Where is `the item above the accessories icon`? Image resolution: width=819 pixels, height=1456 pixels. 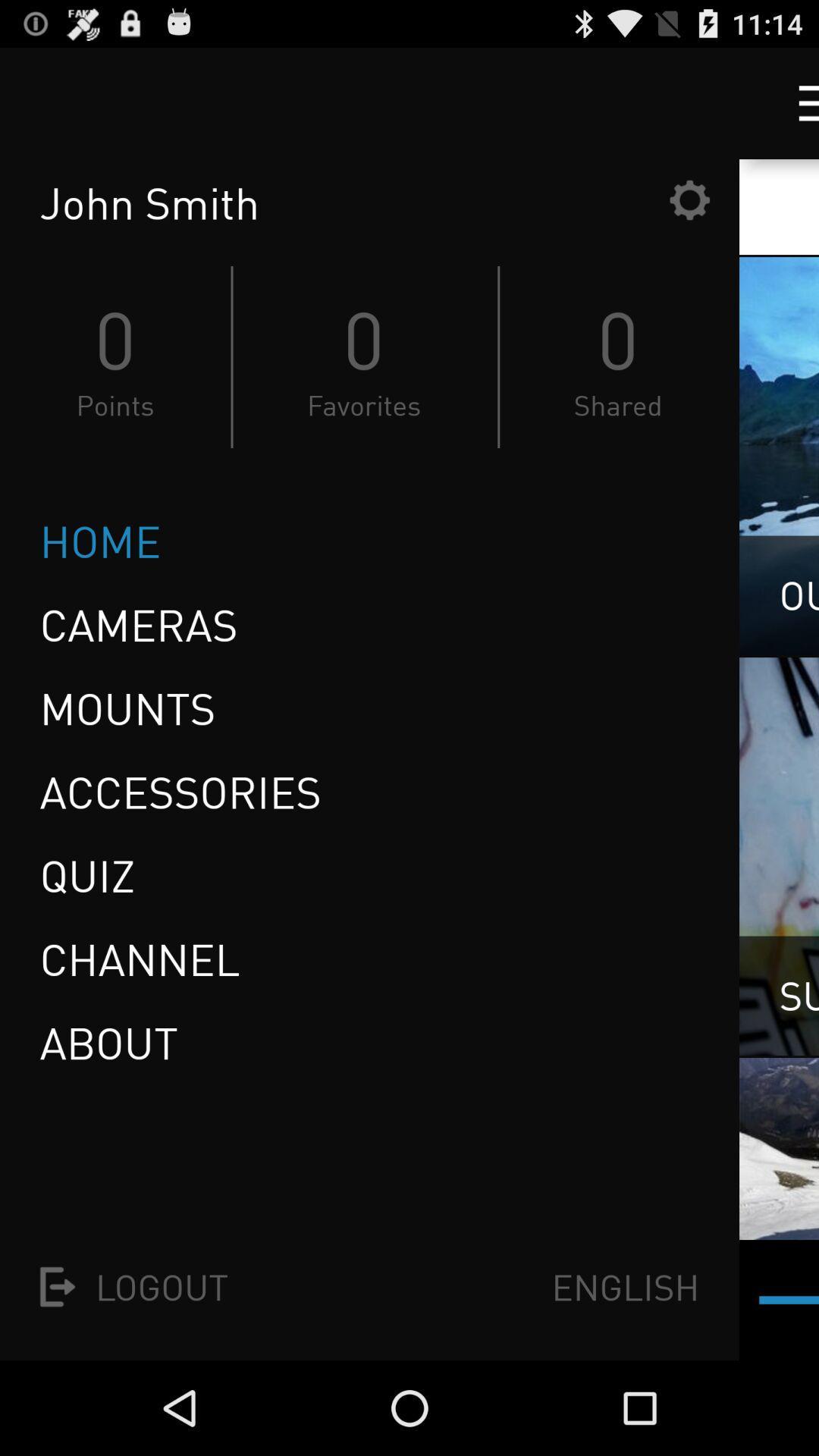 the item above the accessories icon is located at coordinates (127, 708).